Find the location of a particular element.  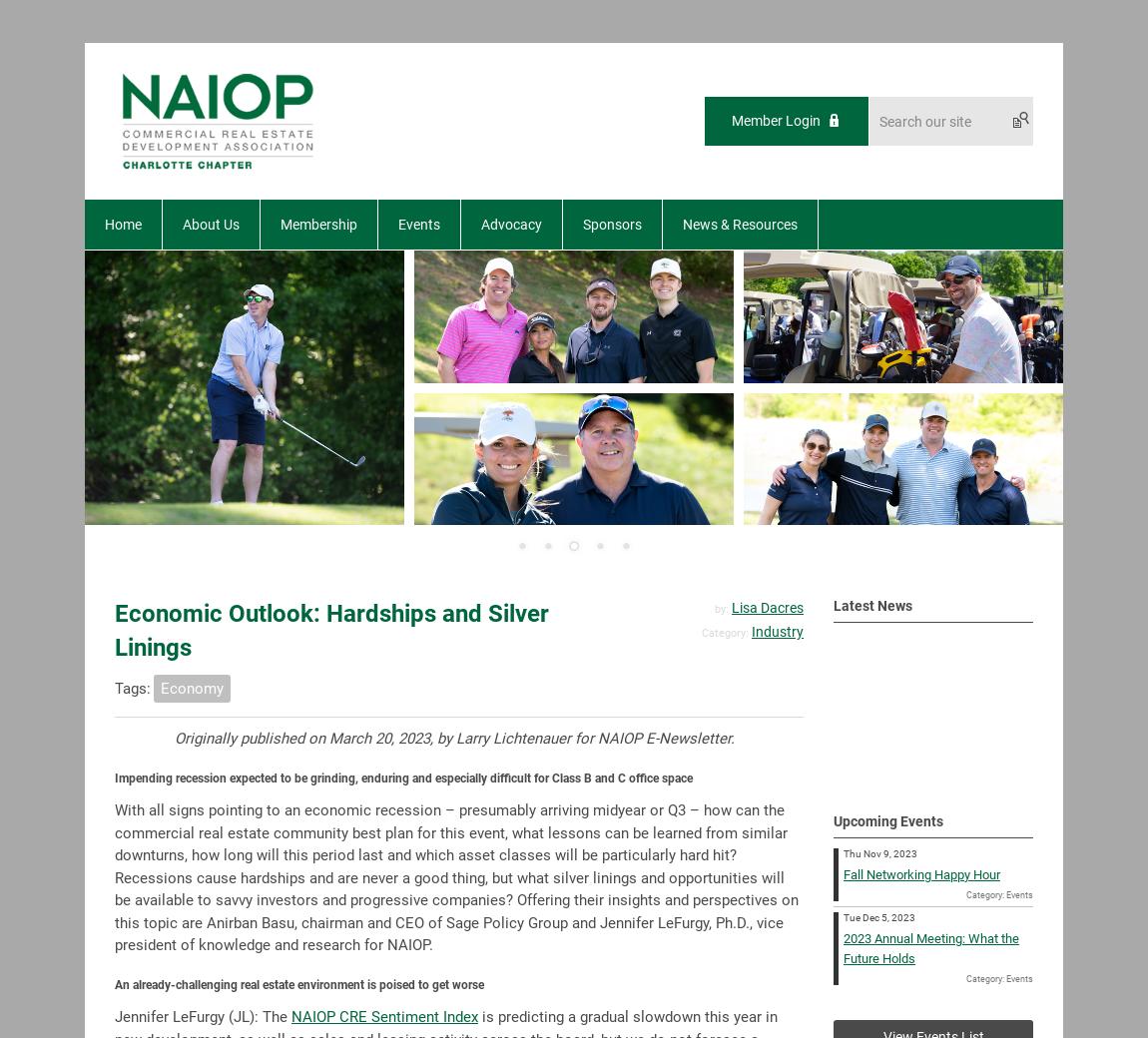

'Lisa Dacres' is located at coordinates (767, 605).